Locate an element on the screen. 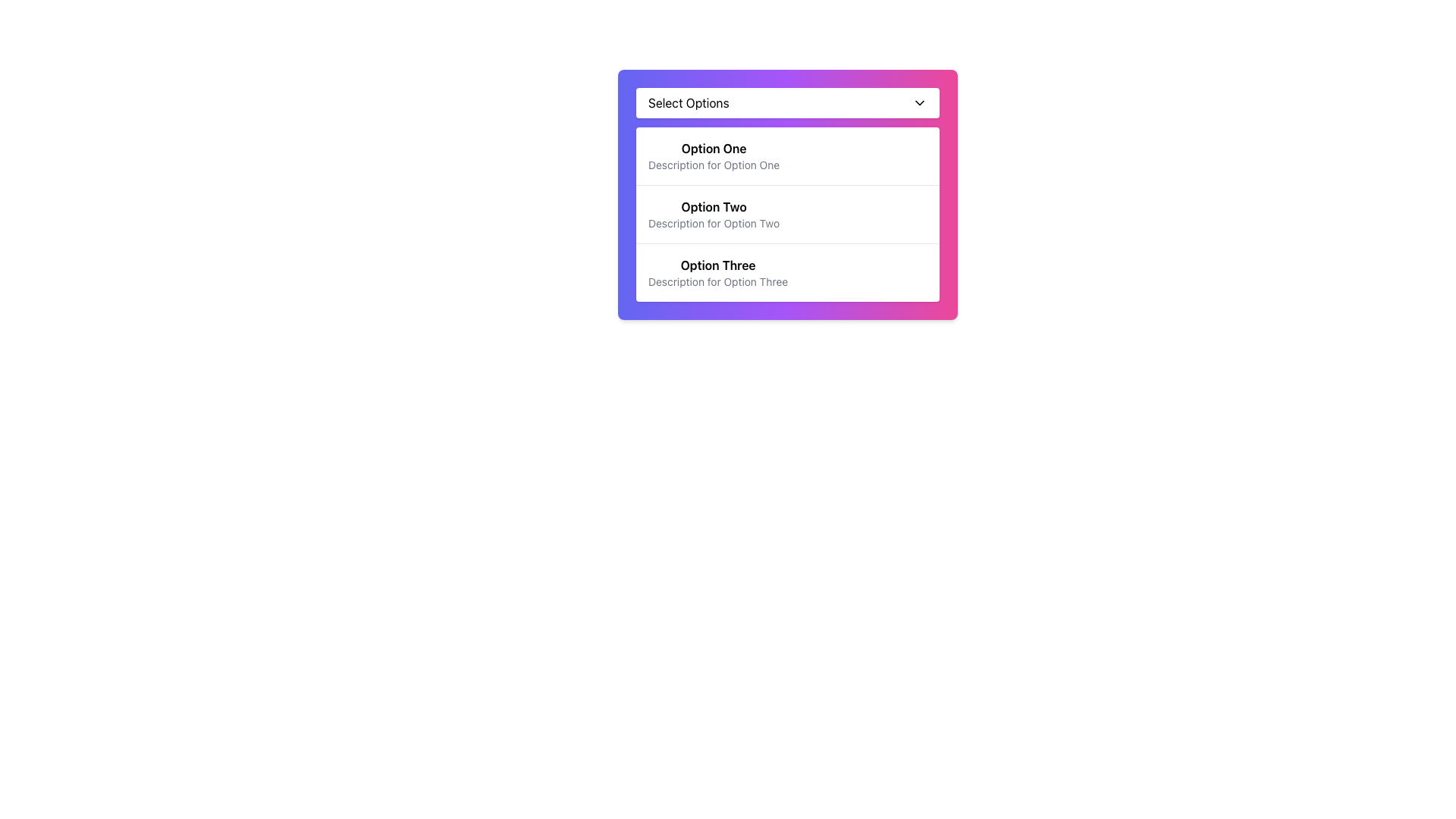 This screenshot has height=819, width=1456. text from the Text Label that provides additional details about 'Option Two' in the dropdown menu, located between 'Option One' and 'Option Three' is located at coordinates (713, 223).